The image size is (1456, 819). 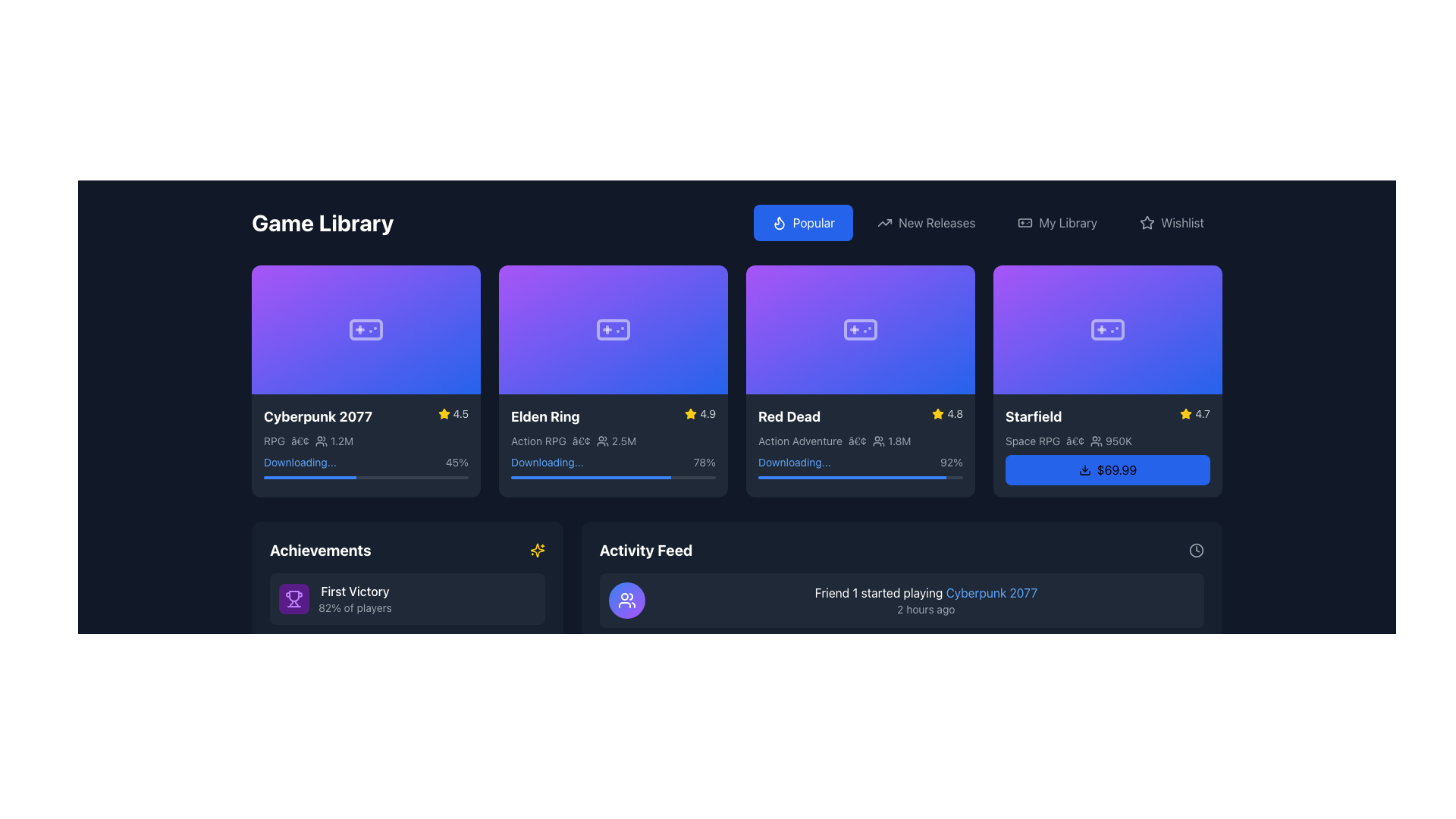 What do you see at coordinates (902, 733) in the screenshot?
I see `the game title 'Cyberpunk 2077' within the third Activity Notification Block in the Activity Feed section` at bounding box center [902, 733].